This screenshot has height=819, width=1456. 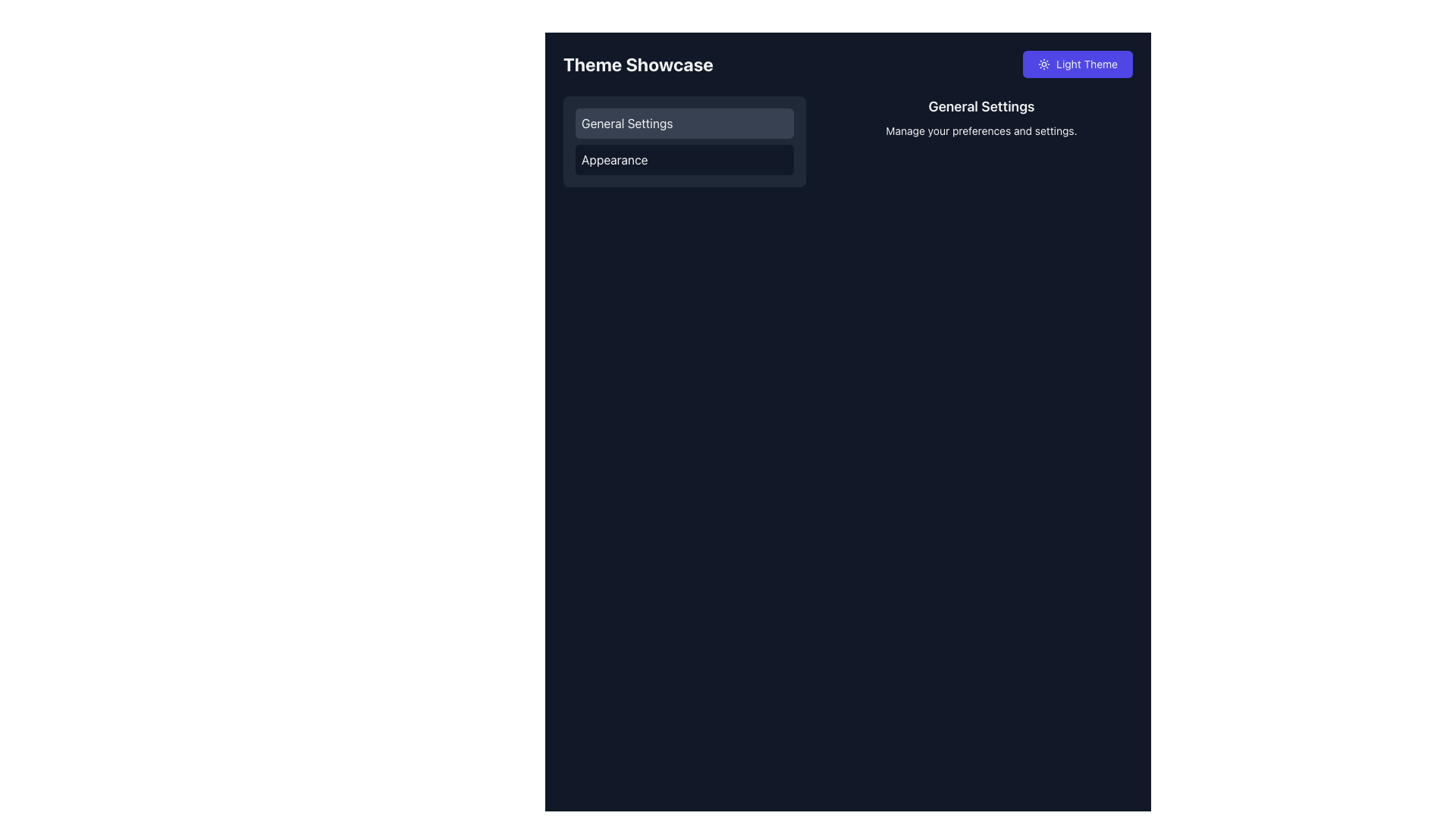 I want to click on informational text block titled 'General Settings' which contains the description 'Manage your preferences and settings.', so click(x=981, y=141).